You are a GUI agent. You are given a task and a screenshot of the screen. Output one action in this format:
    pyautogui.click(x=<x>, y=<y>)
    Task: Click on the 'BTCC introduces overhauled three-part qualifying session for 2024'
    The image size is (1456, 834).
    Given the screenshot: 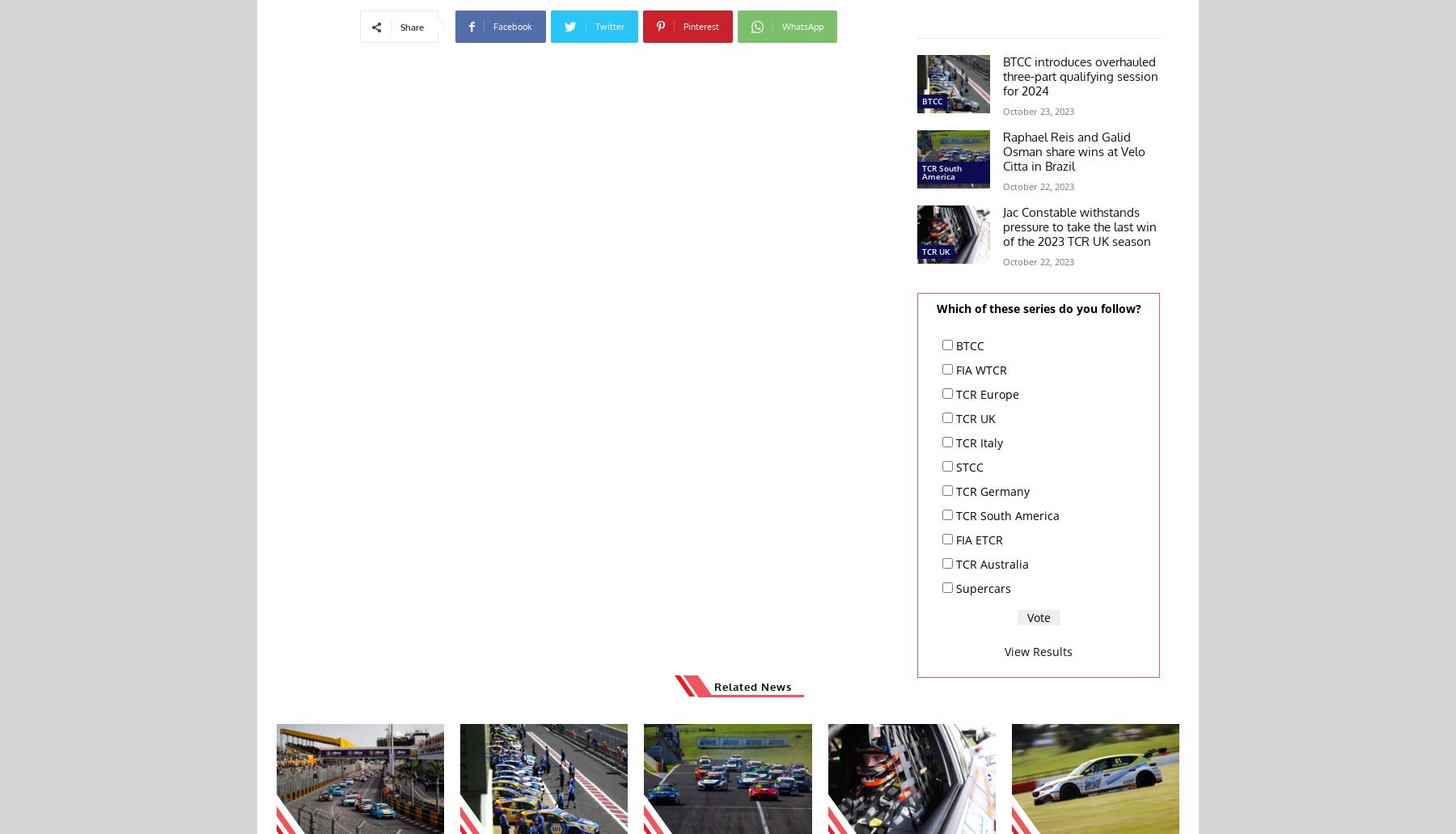 What is the action you would take?
    pyautogui.click(x=1080, y=75)
    